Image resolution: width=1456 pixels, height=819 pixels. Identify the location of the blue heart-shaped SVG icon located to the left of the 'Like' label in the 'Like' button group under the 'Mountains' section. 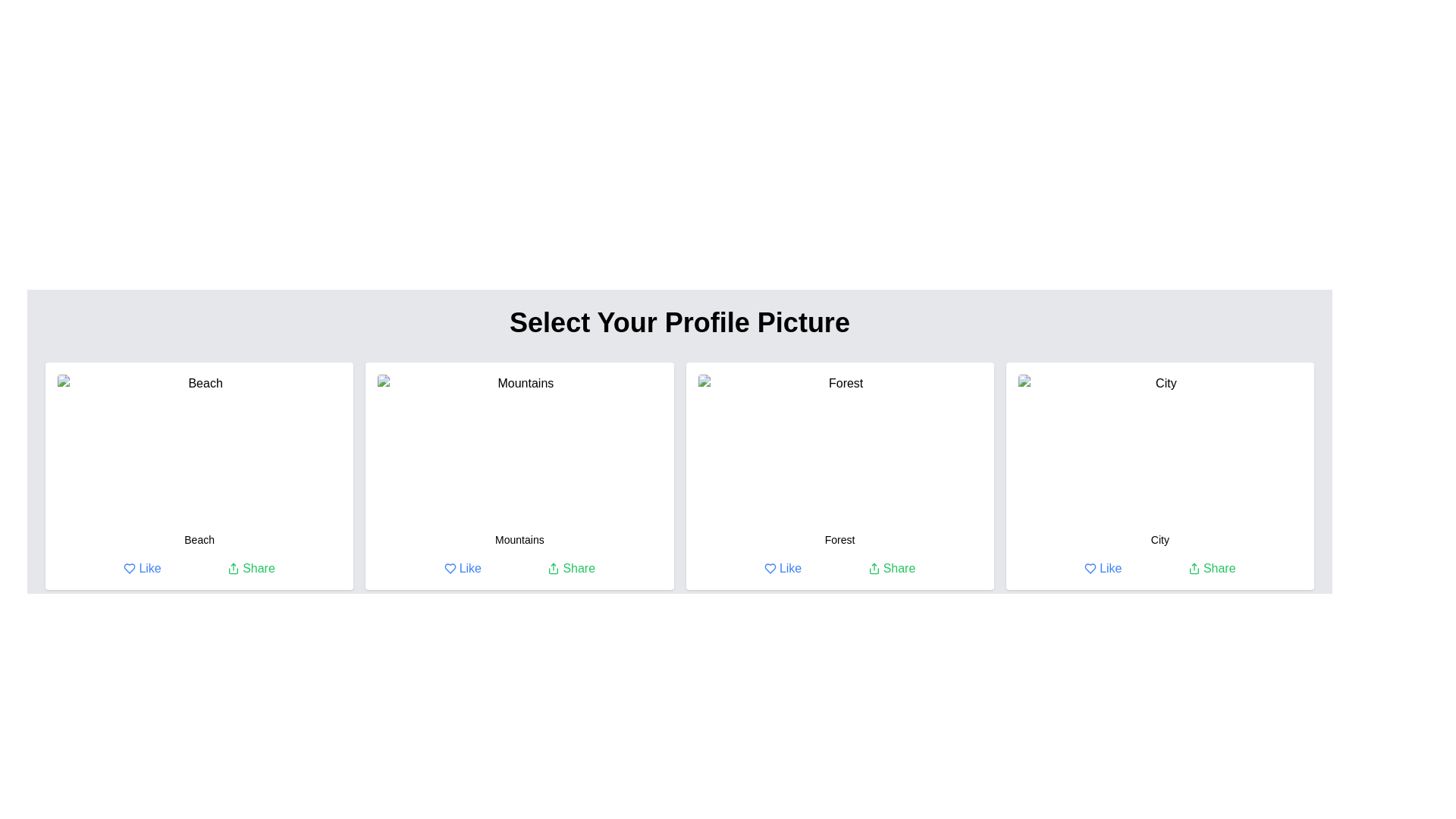
(449, 568).